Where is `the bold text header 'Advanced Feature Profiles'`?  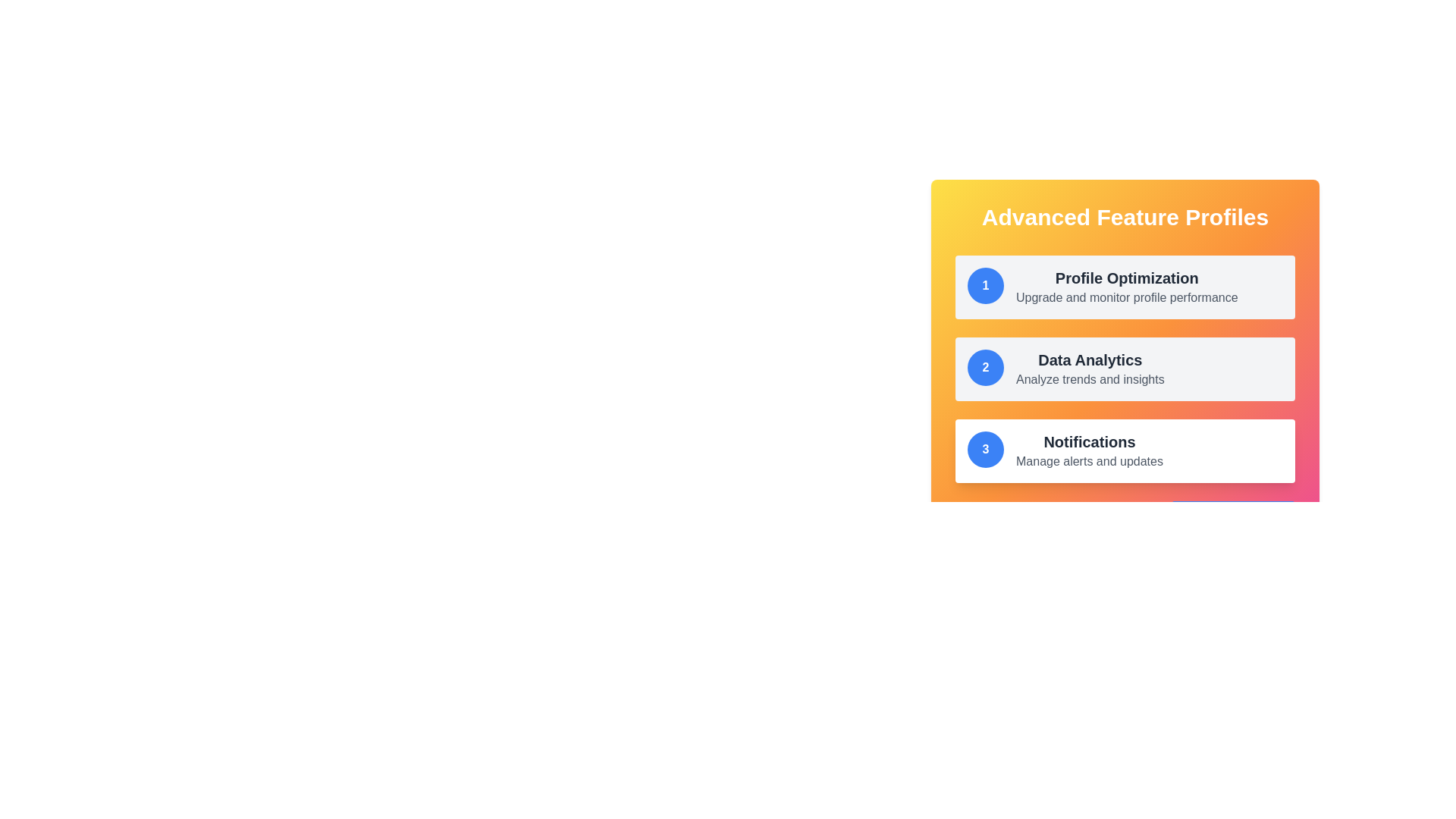
the bold text header 'Advanced Feature Profiles' is located at coordinates (1125, 217).